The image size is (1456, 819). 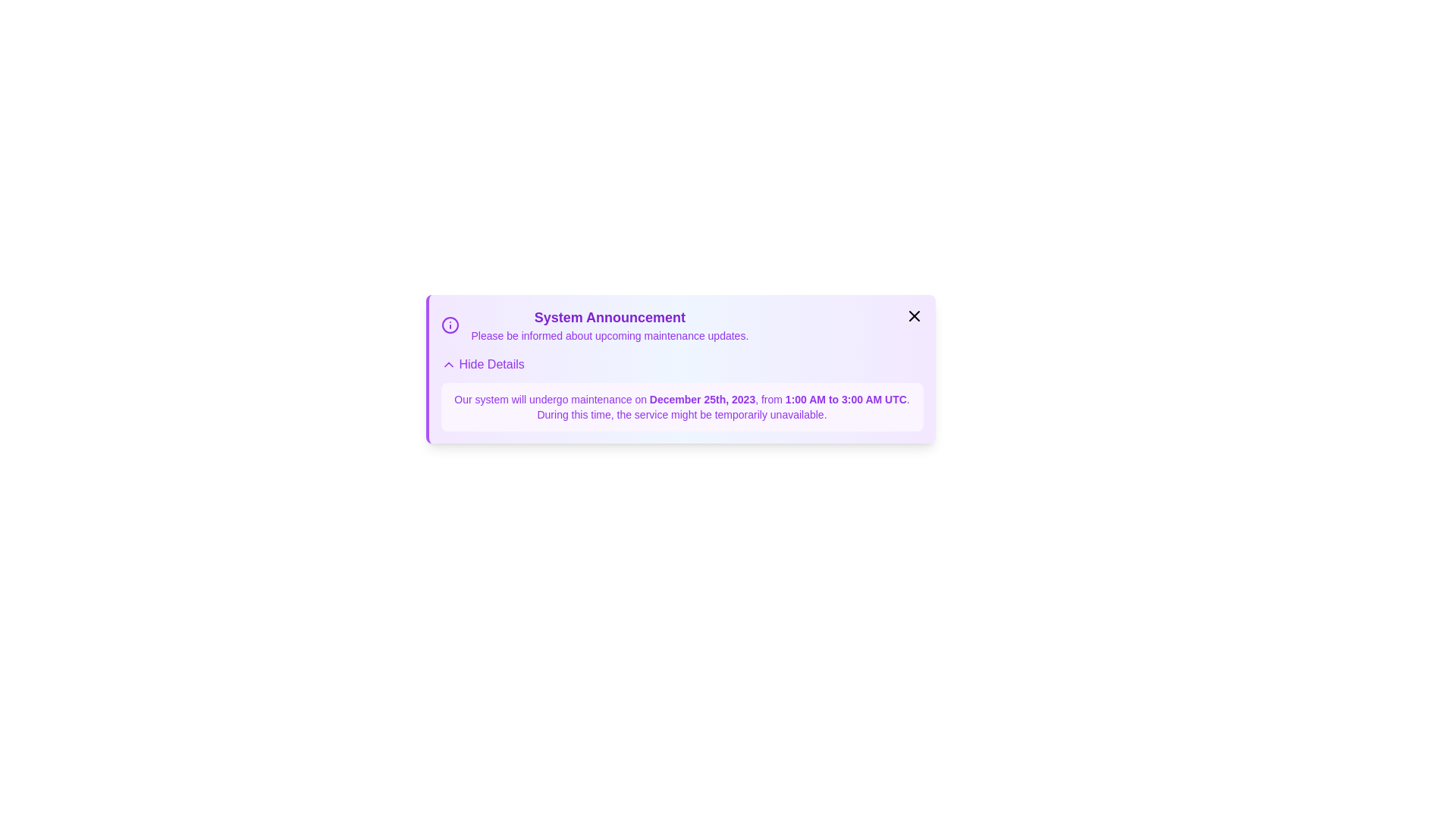 What do you see at coordinates (913, 315) in the screenshot?
I see `the 'X' mark Close button represented as an SVG graphic located in the top-right corner of the notification box` at bounding box center [913, 315].